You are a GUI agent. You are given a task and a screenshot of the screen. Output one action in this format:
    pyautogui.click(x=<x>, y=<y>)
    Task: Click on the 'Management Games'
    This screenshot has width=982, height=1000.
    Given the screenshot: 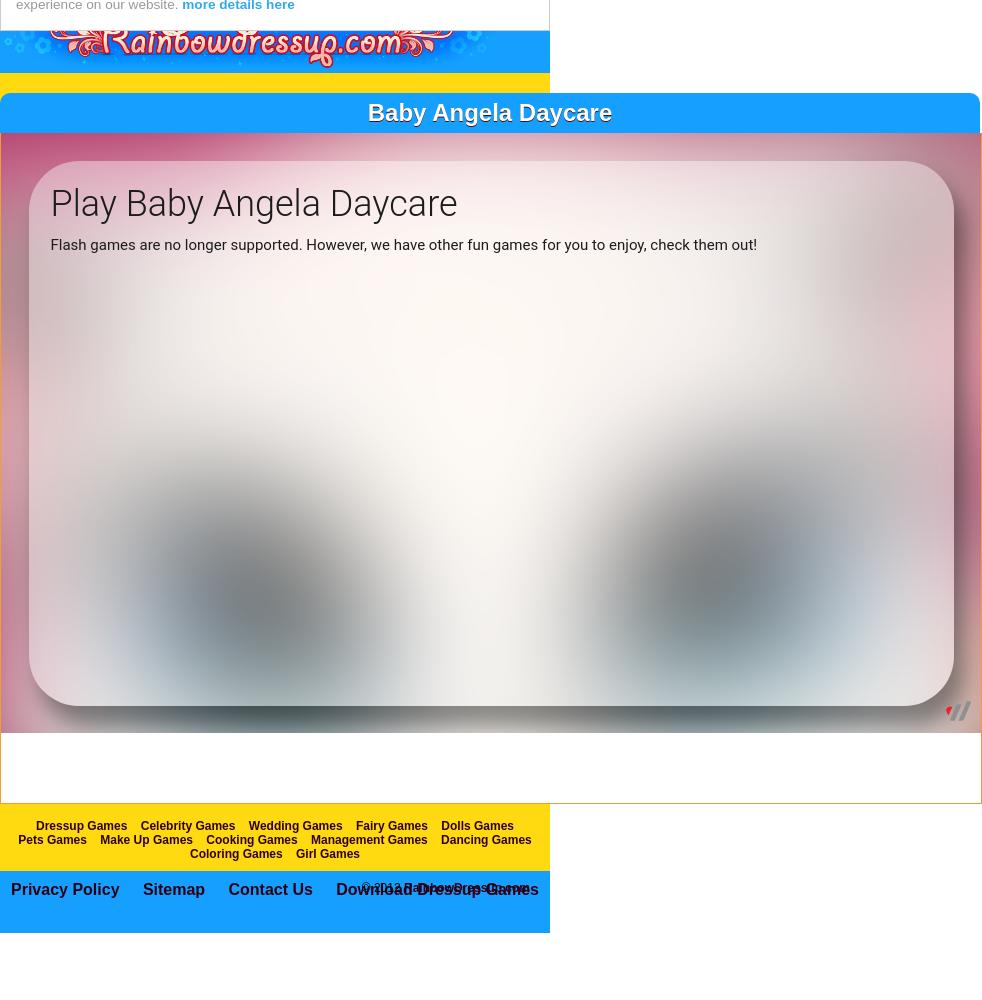 What is the action you would take?
    pyautogui.click(x=369, y=881)
    